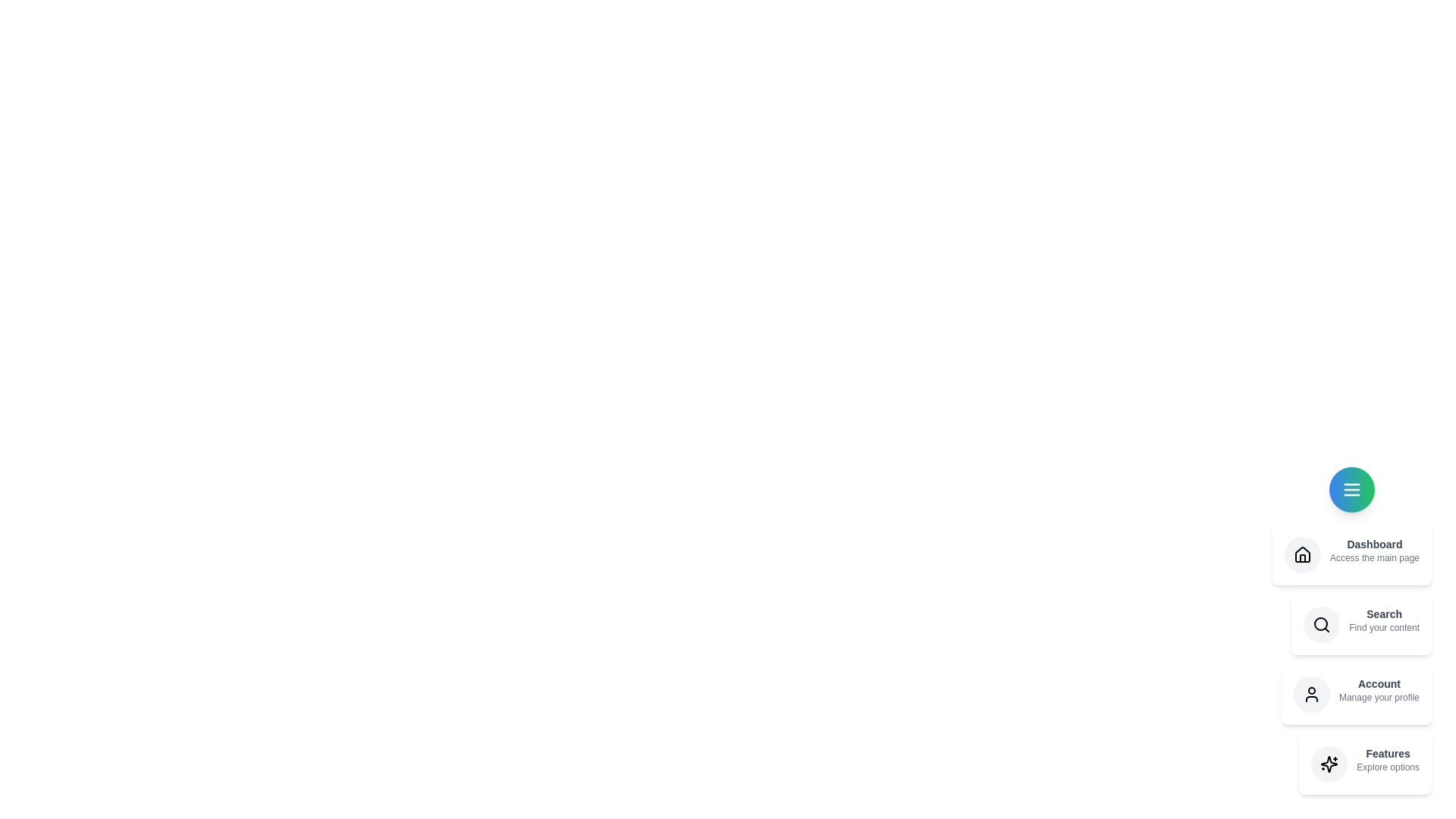  What do you see at coordinates (1351, 489) in the screenshot?
I see `the menu button to toggle the speed dial menu` at bounding box center [1351, 489].